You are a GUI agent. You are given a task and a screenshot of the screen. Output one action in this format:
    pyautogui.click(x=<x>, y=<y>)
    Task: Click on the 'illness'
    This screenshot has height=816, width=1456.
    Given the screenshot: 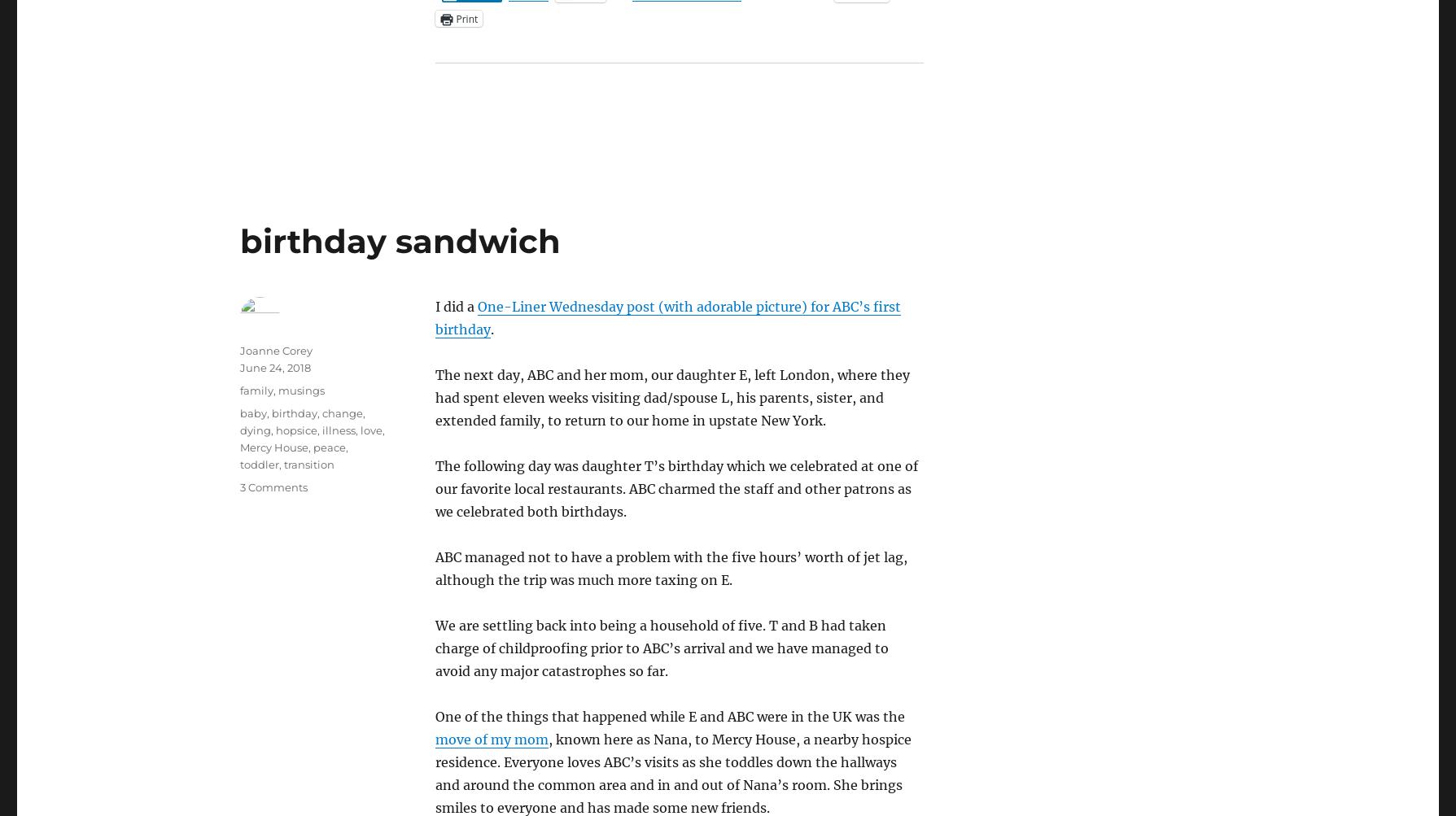 What is the action you would take?
    pyautogui.click(x=337, y=429)
    